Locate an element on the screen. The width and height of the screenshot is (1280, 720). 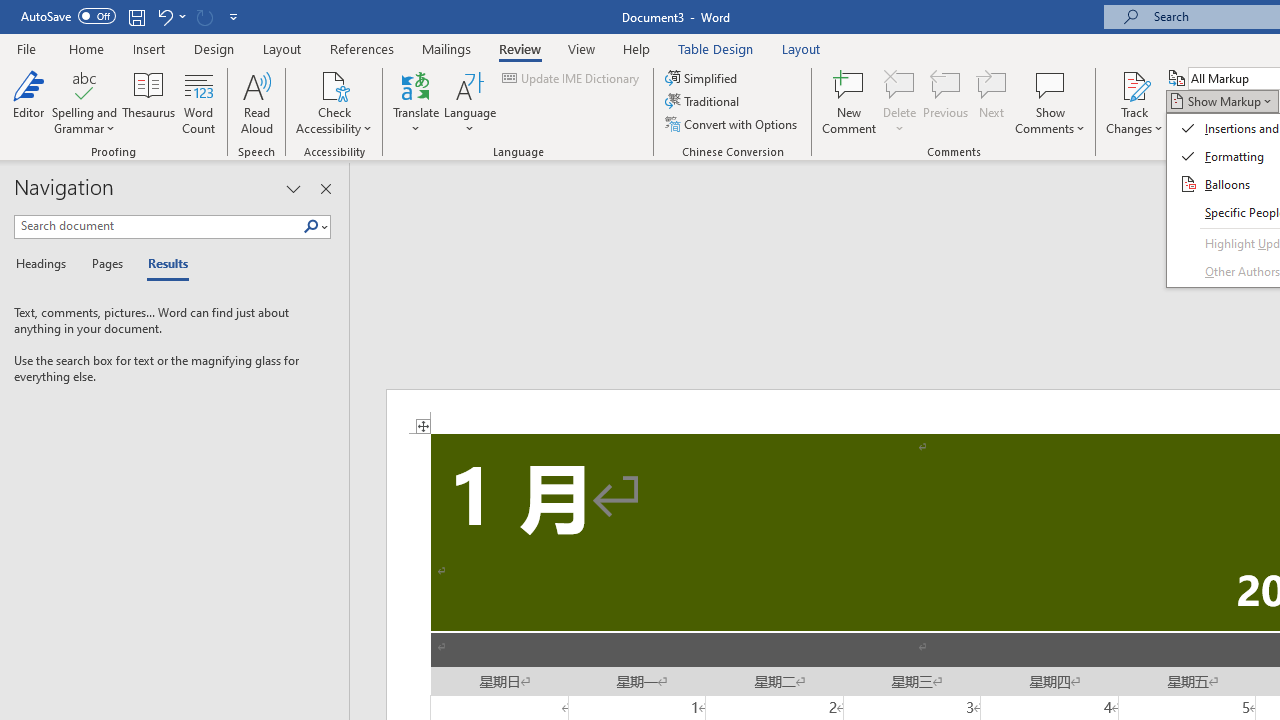
'Can' is located at coordinates (204, 16).